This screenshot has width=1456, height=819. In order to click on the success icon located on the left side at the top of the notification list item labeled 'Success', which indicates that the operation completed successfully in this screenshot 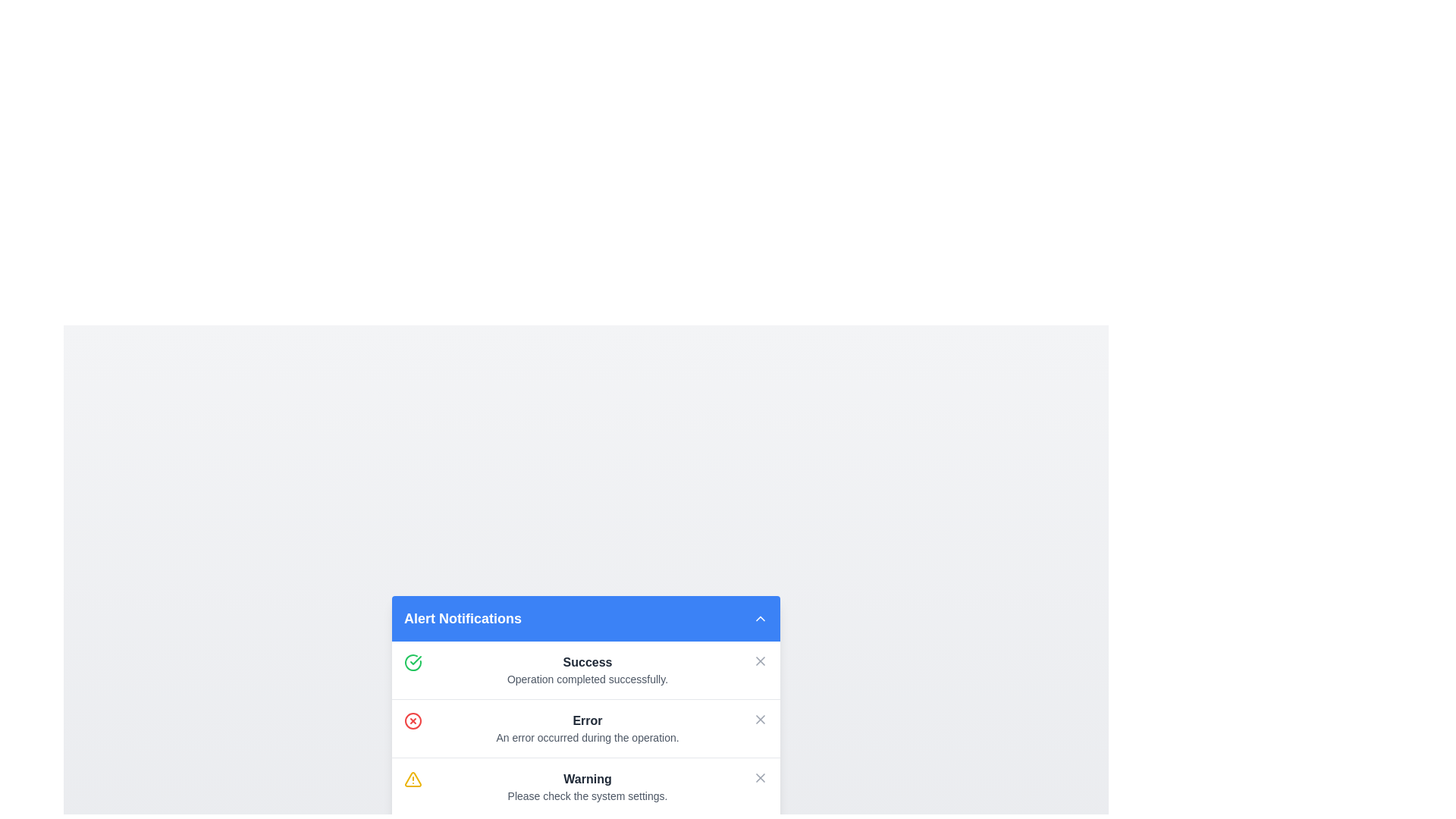, I will do `click(413, 661)`.